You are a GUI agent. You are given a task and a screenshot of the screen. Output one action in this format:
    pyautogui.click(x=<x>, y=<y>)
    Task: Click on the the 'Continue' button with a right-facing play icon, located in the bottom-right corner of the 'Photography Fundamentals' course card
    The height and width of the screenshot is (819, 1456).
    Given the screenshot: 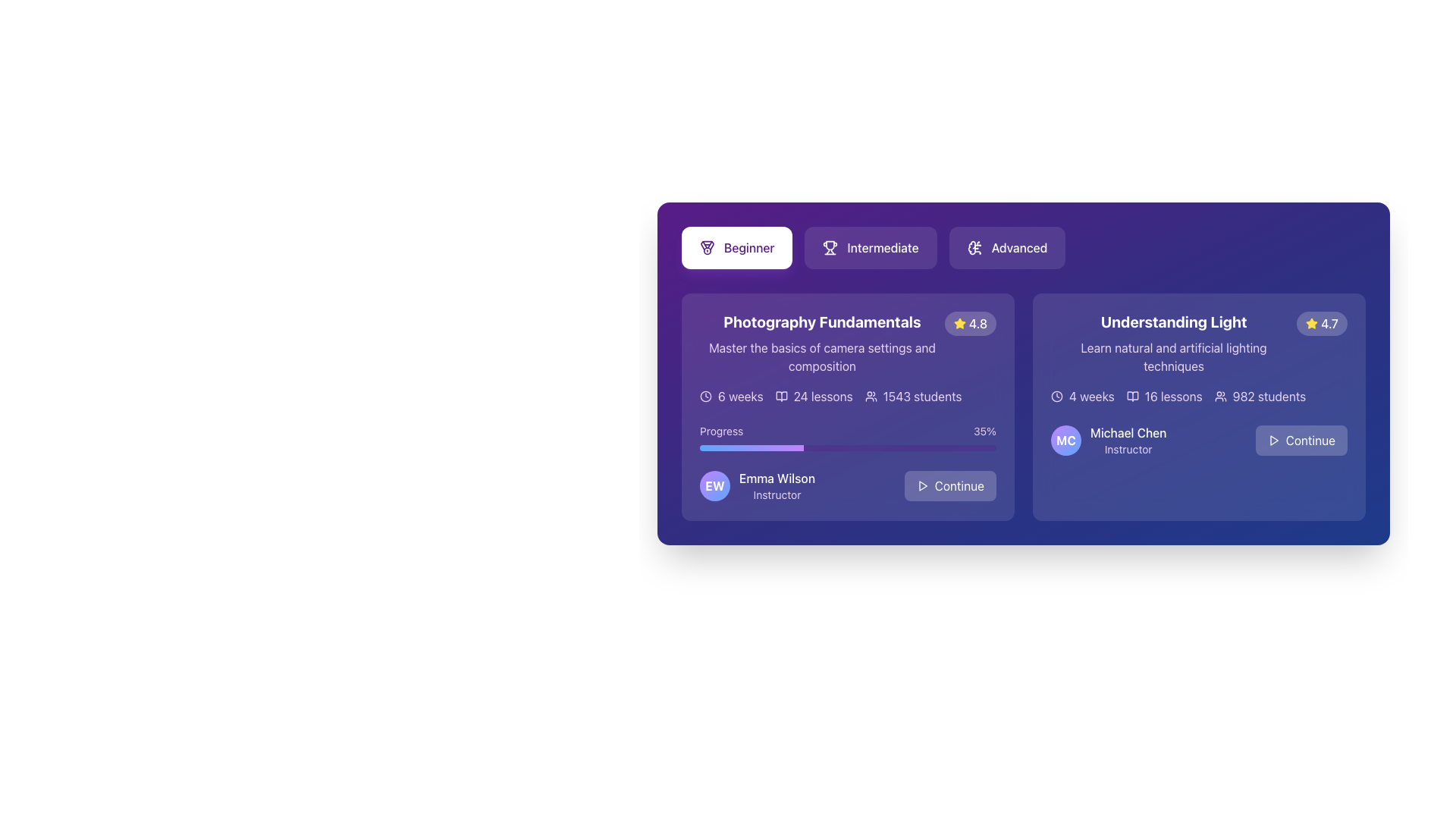 What is the action you would take?
    pyautogui.click(x=949, y=485)
    